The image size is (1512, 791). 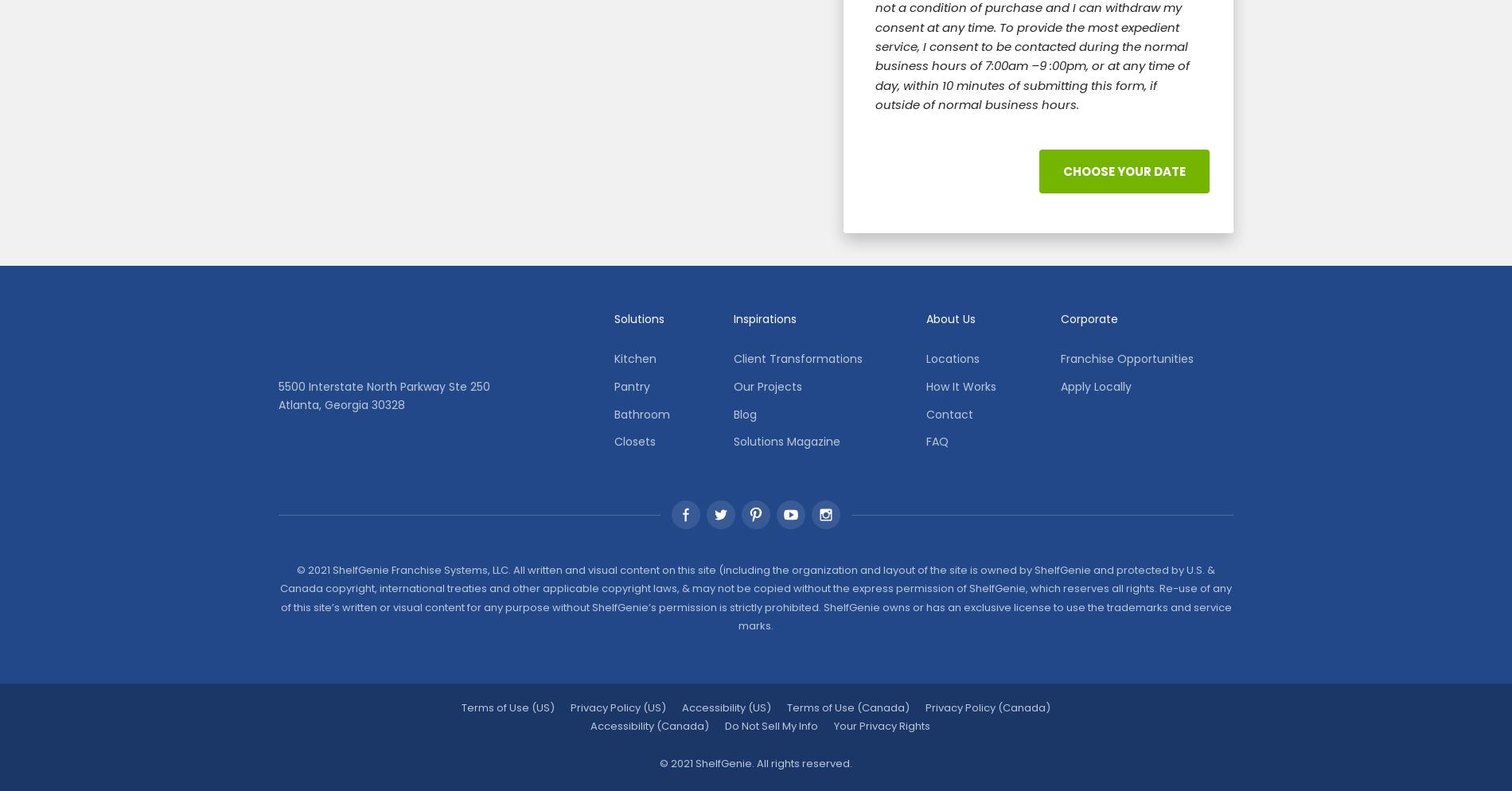 I want to click on 'Pantry', so click(x=630, y=384).